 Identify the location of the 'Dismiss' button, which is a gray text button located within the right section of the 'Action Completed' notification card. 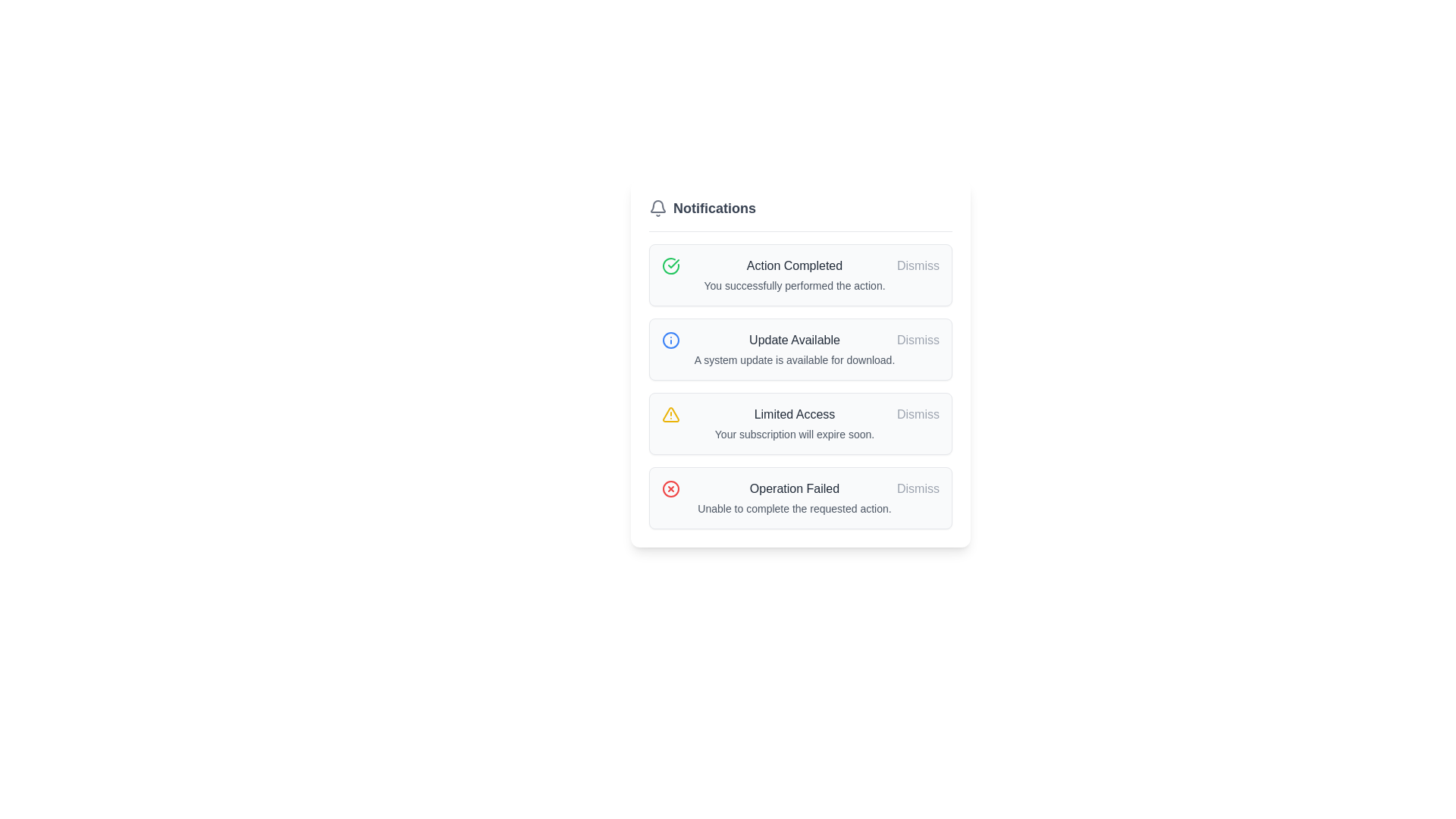
(917, 265).